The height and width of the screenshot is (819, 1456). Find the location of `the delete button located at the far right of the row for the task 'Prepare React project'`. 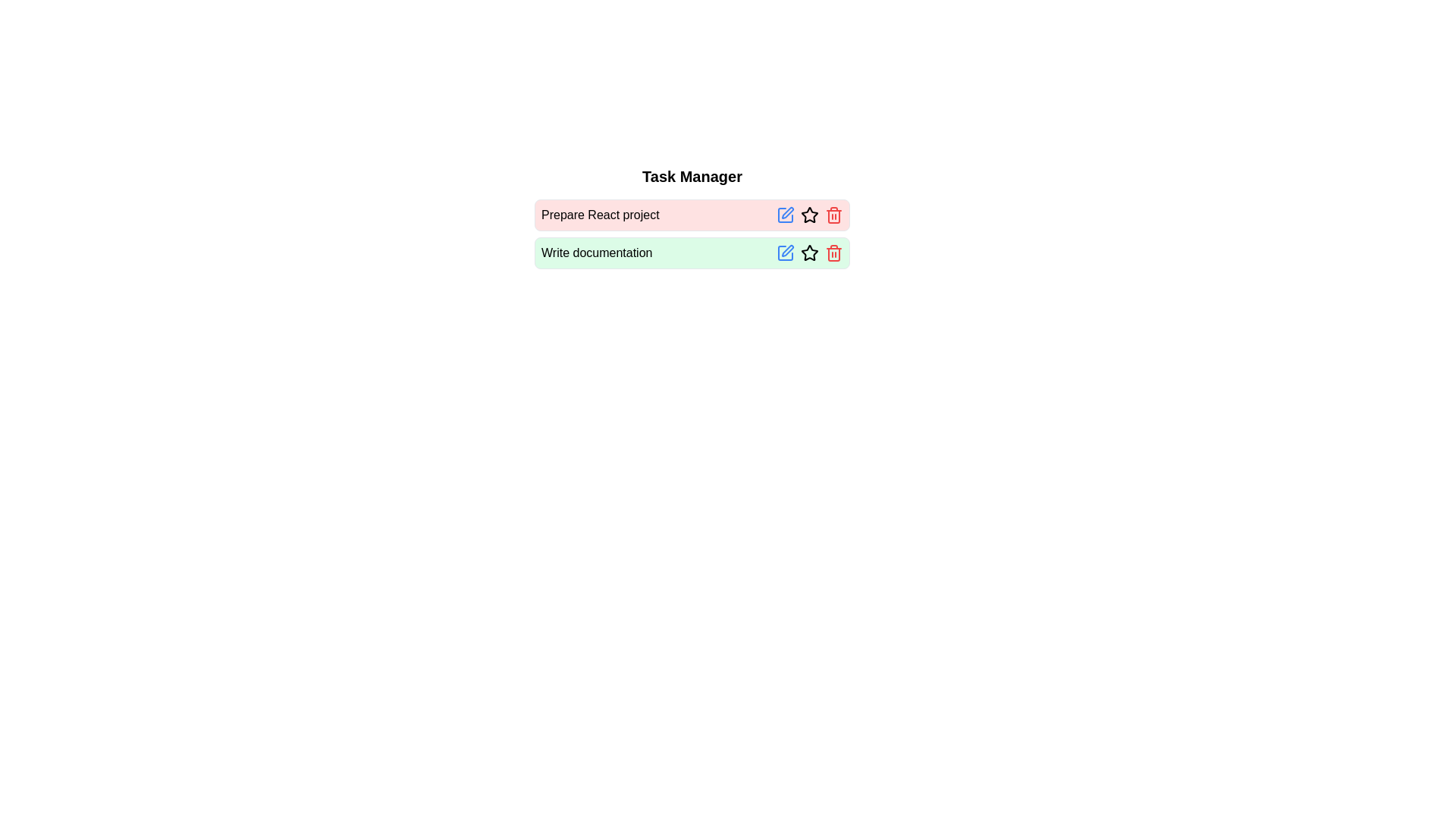

the delete button located at the far right of the row for the task 'Prepare React project' is located at coordinates (833, 215).